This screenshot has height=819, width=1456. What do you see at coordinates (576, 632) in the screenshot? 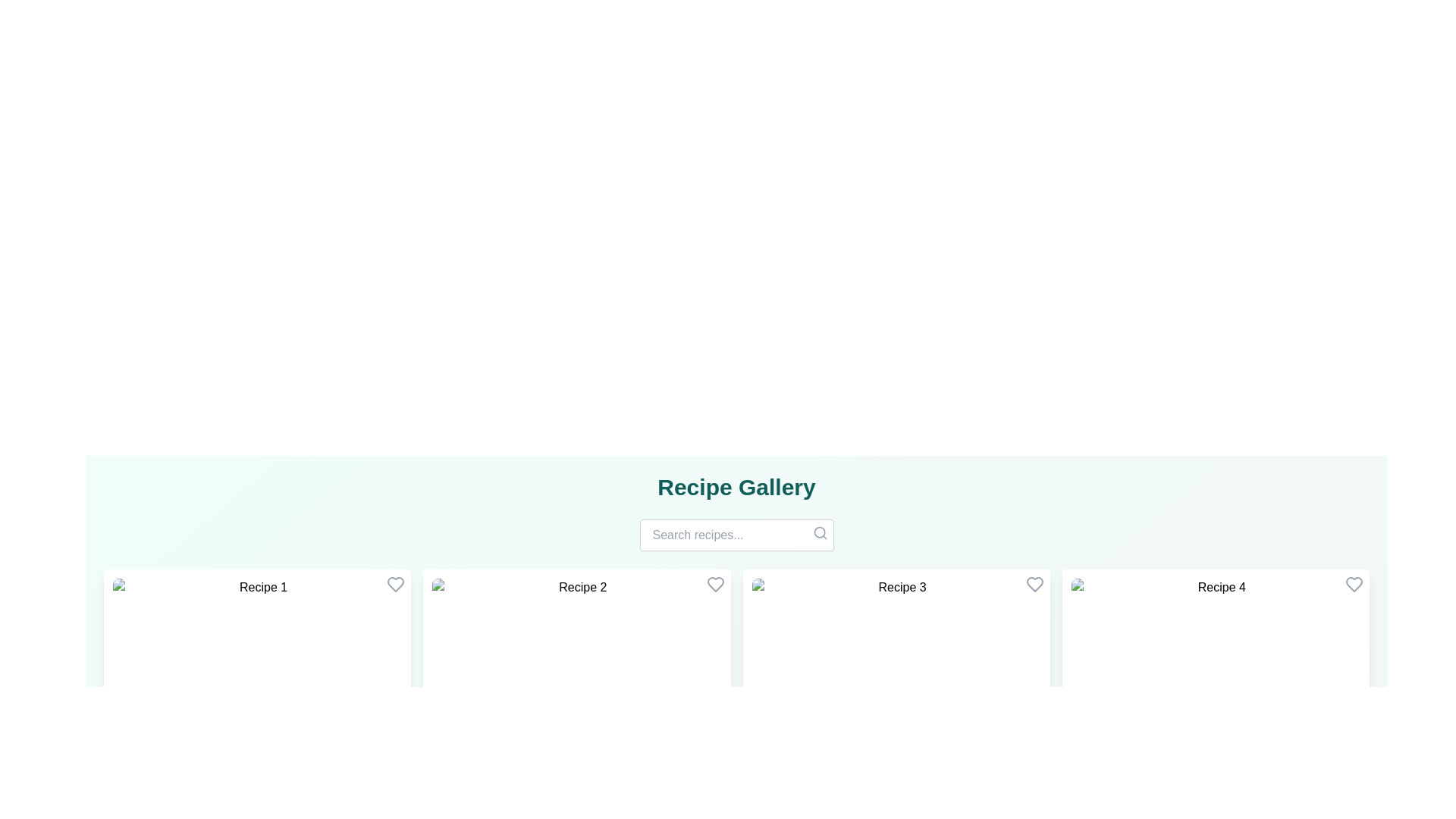
I see `the image element located at the top of the recipe card representing 'Recipe 2', which has a rectangular shape with rounded corners and displays a default layout` at bounding box center [576, 632].